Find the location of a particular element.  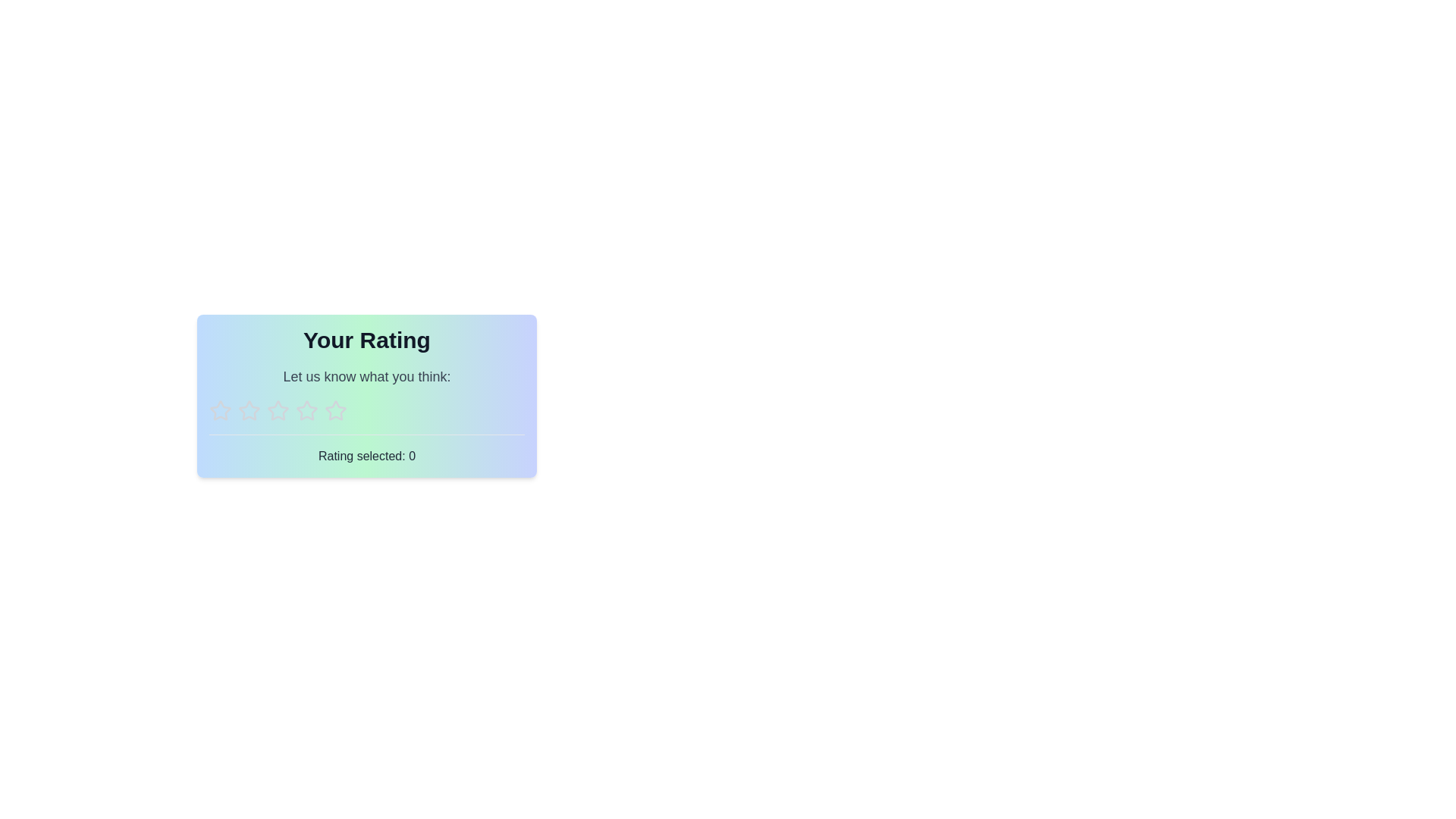

the static text label that says 'Let us know what you think:', which is styled in gray and located centrally within a gradient card, positioned below the title 'Your Rating' and above a row of stars is located at coordinates (367, 376).